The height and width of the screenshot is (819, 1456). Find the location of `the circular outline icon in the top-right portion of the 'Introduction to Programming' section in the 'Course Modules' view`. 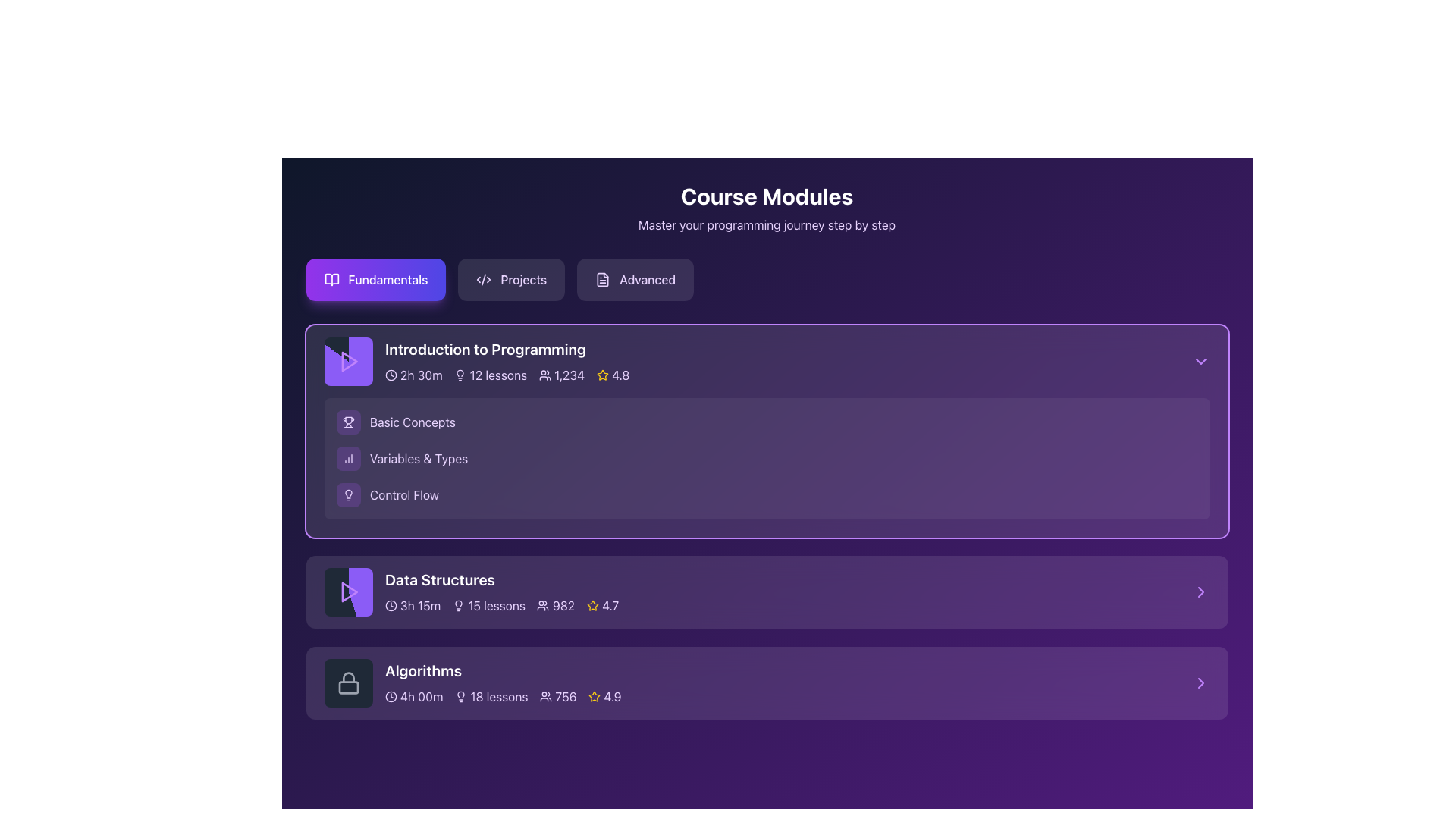

the circular outline icon in the top-right portion of the 'Introduction to Programming' section in the 'Course Modules' view is located at coordinates (391, 375).